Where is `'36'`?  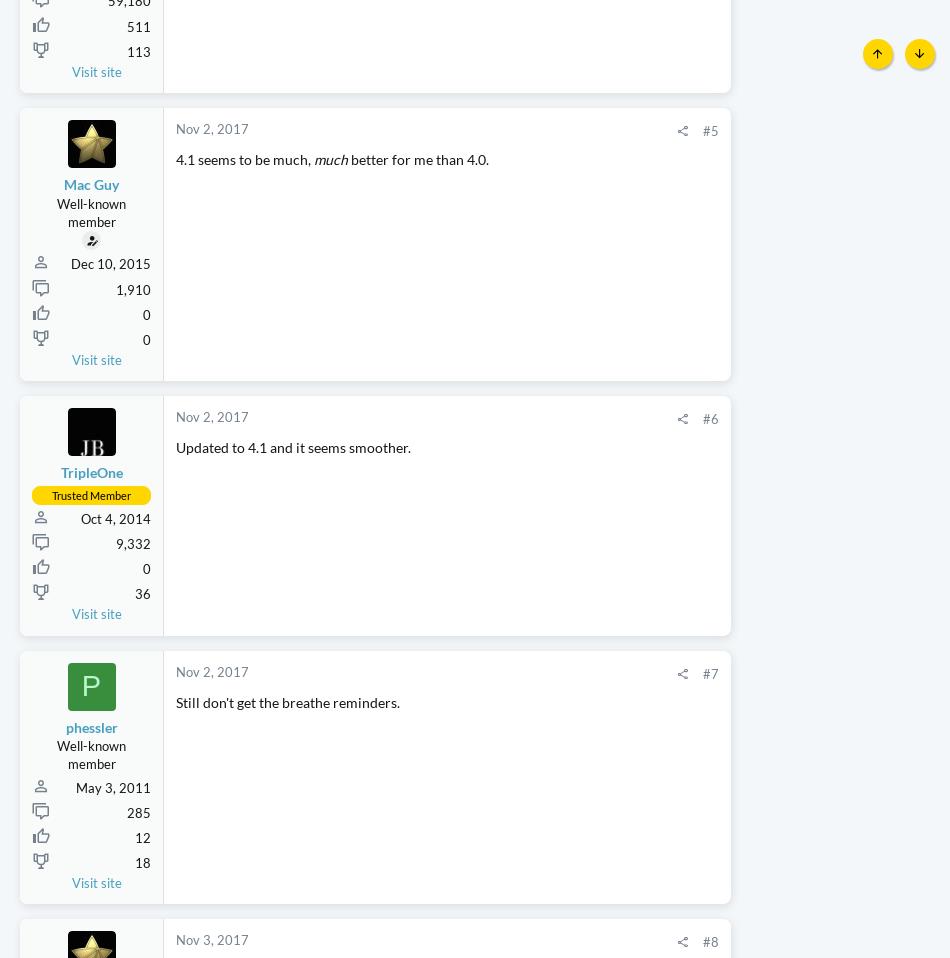 '36' is located at coordinates (142, 651).